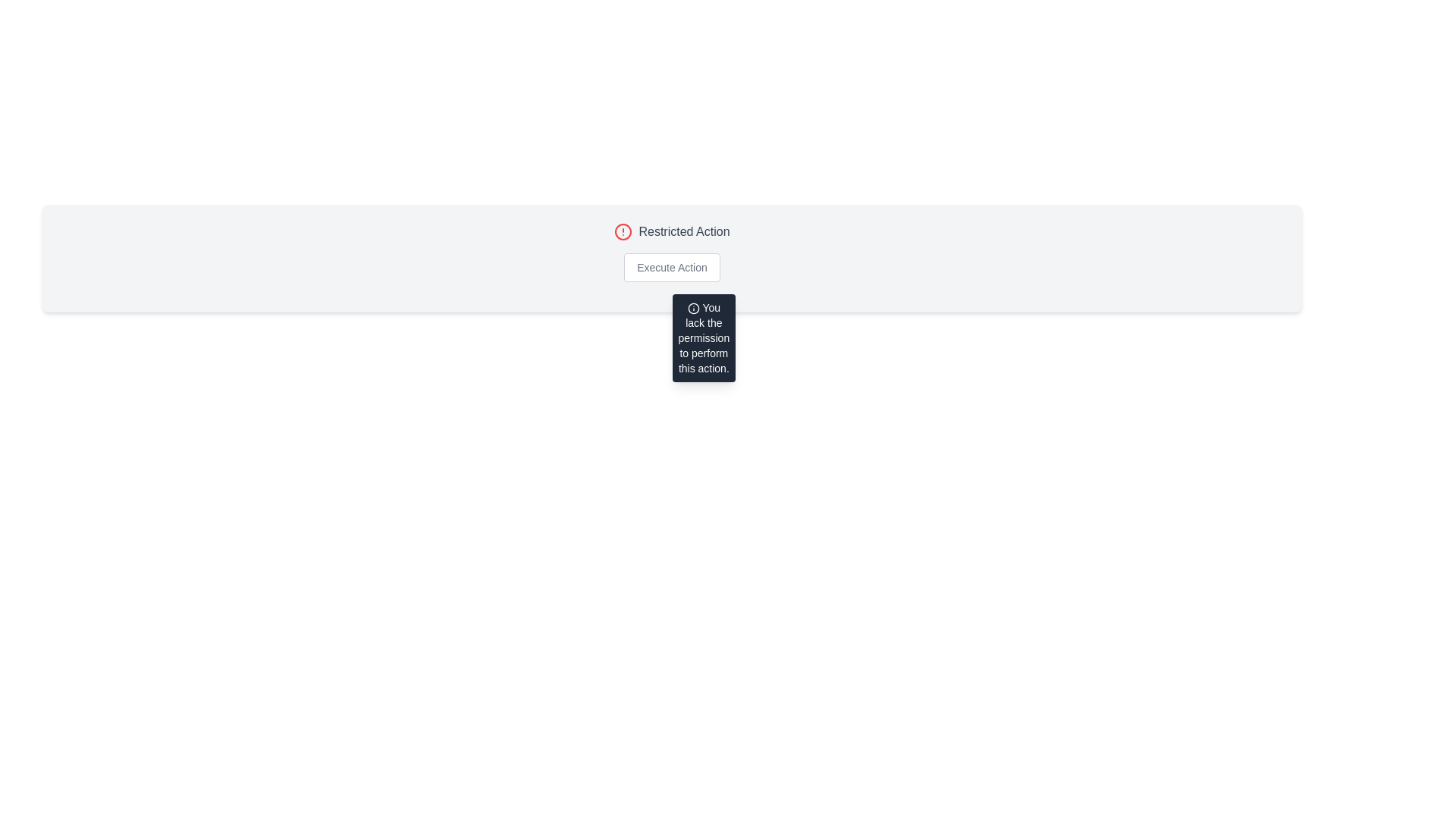 Image resolution: width=1456 pixels, height=819 pixels. What do you see at coordinates (671, 231) in the screenshot?
I see `the 'Restricted Action' text with a red alert icon, which is centrally positioned above the 'Execute Action' button` at bounding box center [671, 231].